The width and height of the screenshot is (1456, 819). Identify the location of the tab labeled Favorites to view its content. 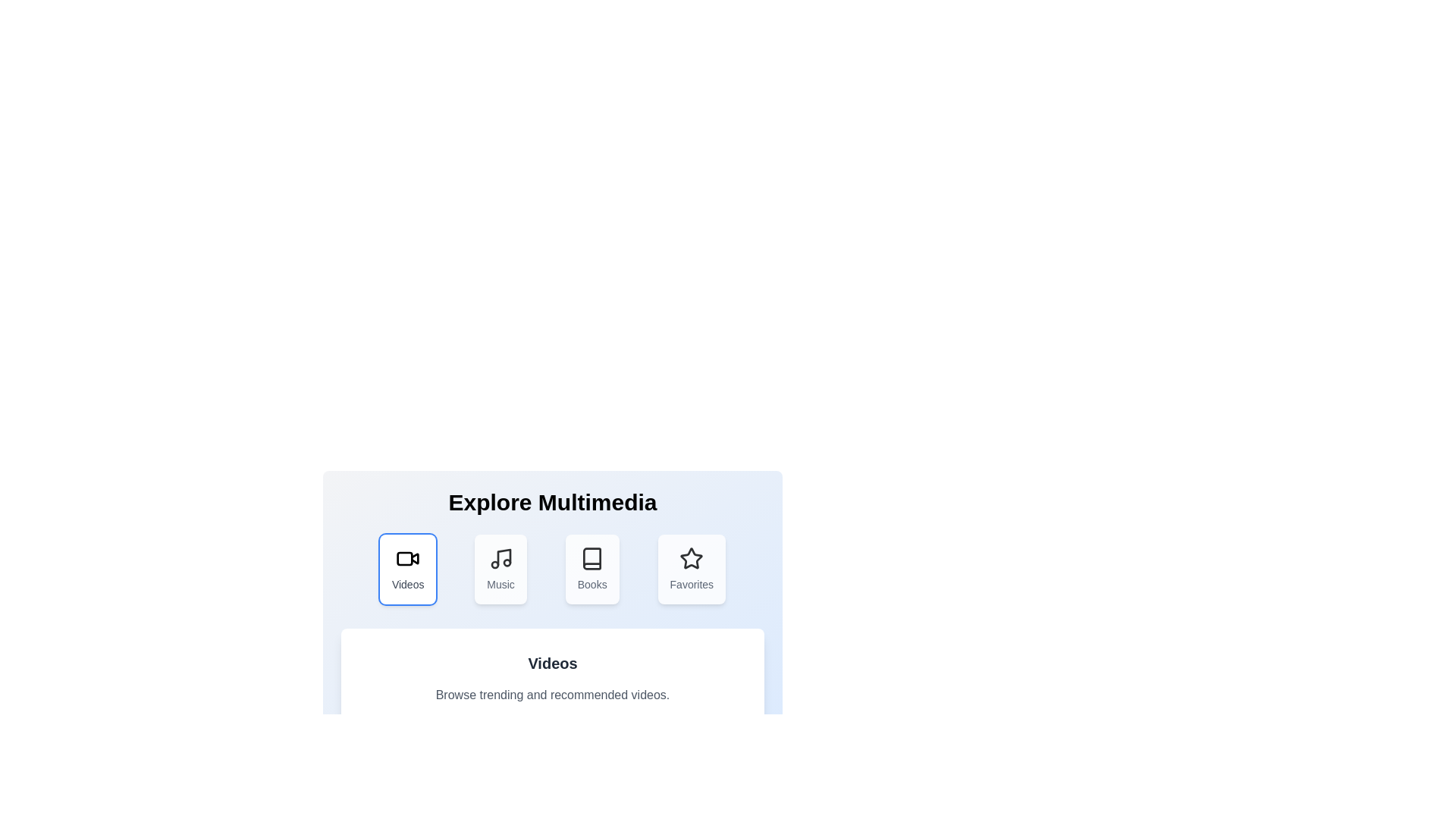
(691, 570).